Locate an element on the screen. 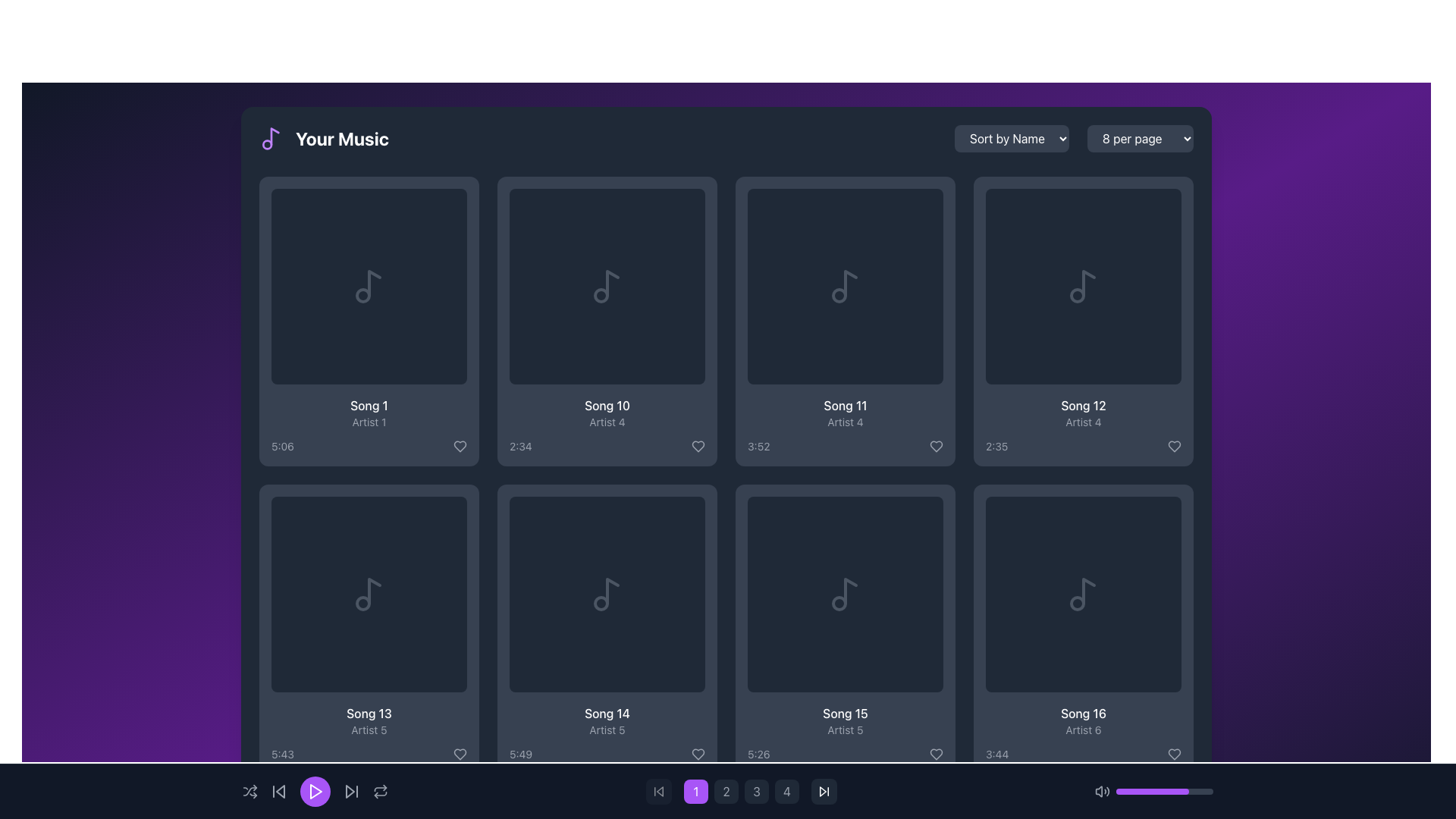 This screenshot has height=819, width=1456. the text label indicating the duration of the song 'Song 15', located at the bottom of the card next to the heart icon is located at coordinates (844, 755).